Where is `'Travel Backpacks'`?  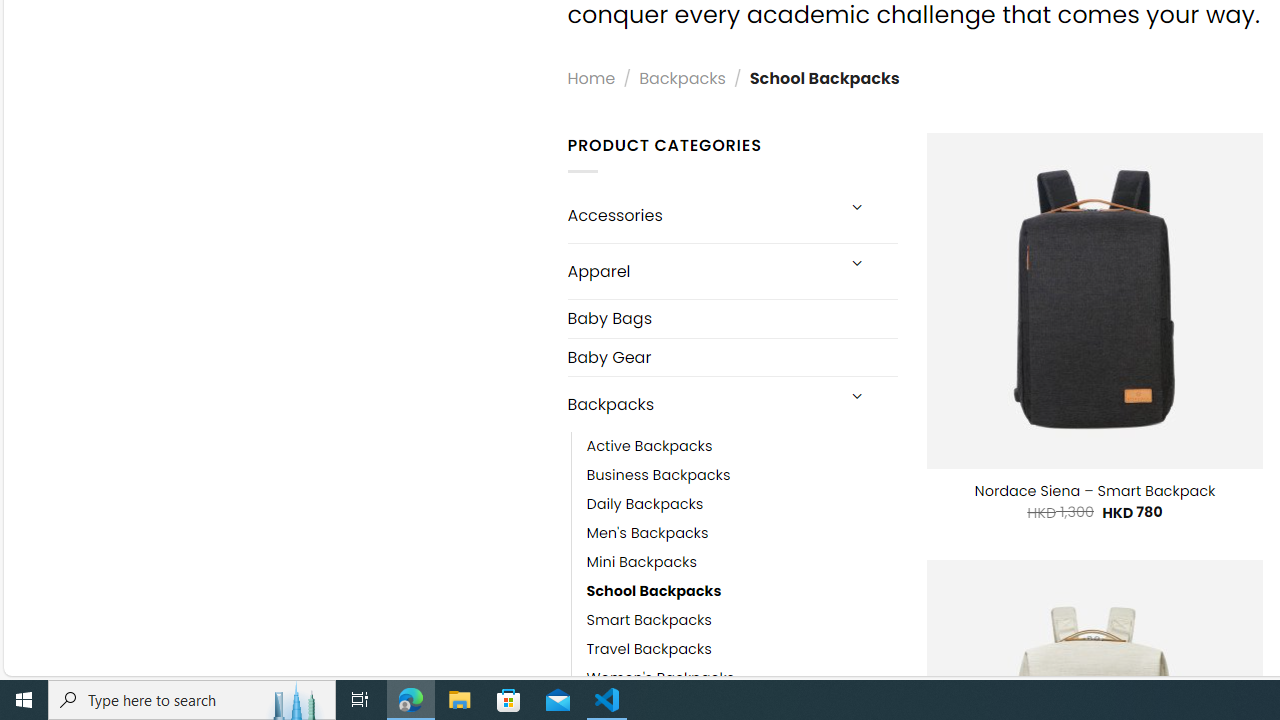
'Travel Backpacks' is located at coordinates (648, 650).